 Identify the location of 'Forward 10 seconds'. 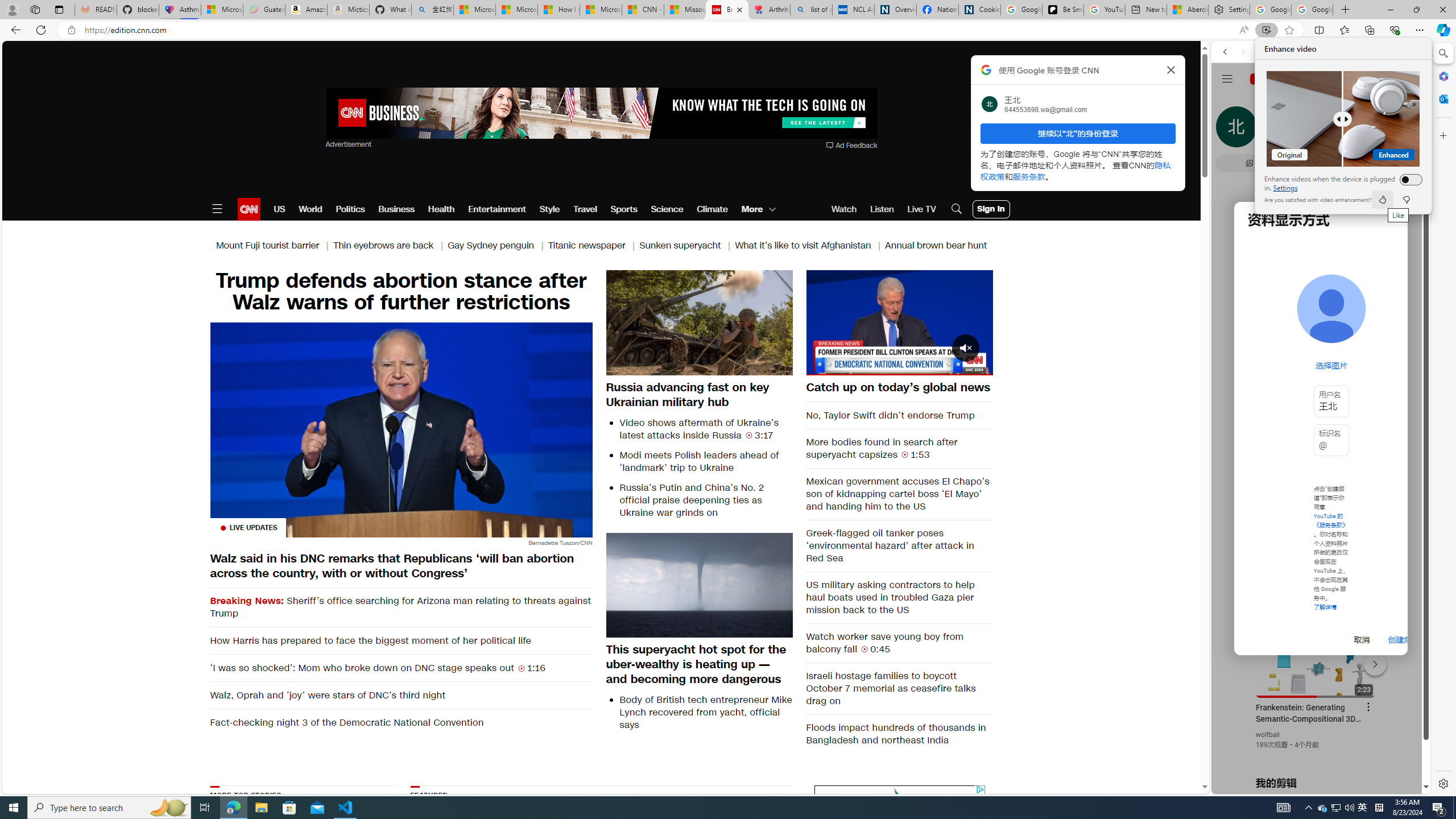
(932, 321).